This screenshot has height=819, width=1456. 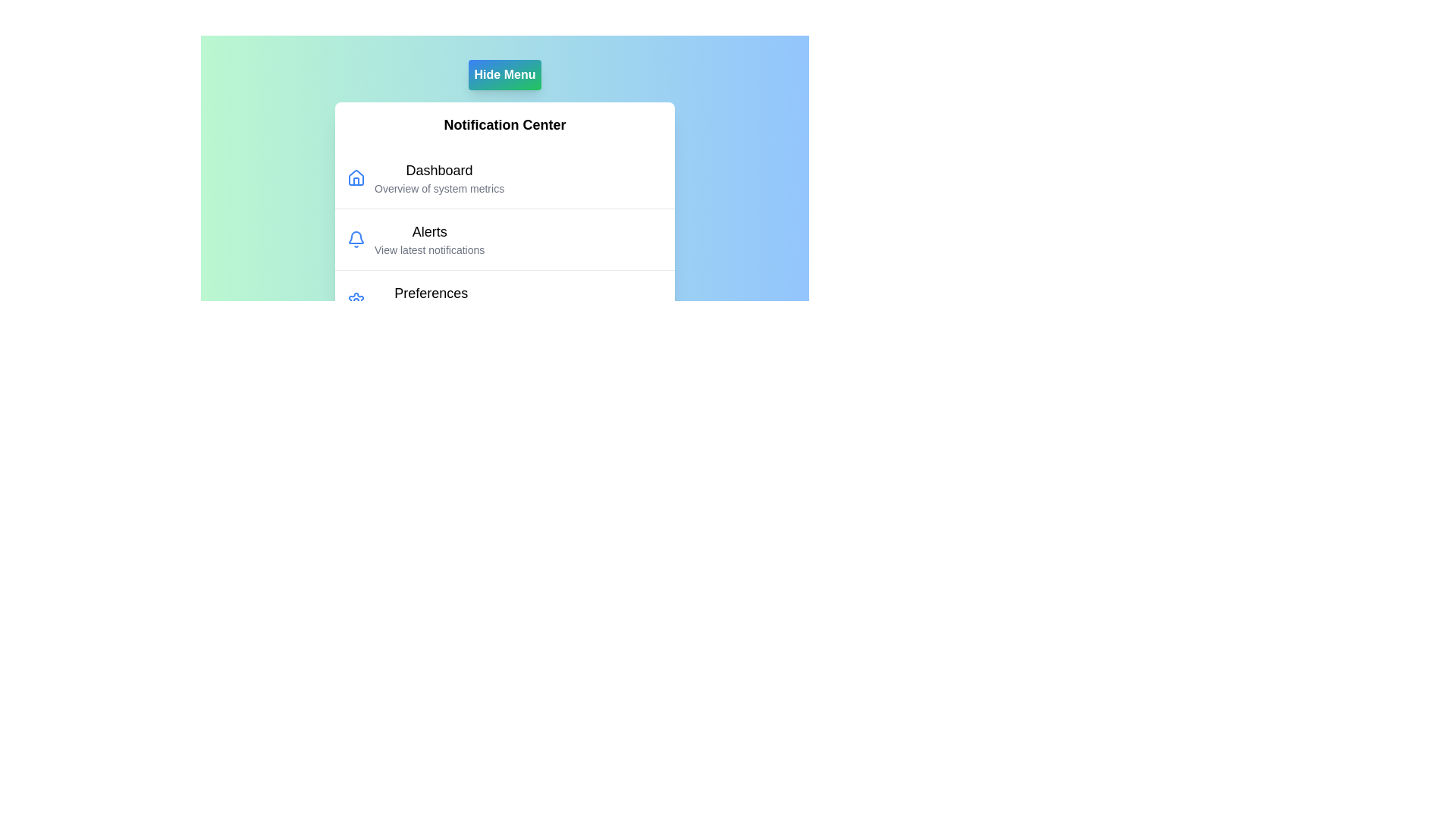 I want to click on the menu item labeled Preferences in the NotificationMenu, so click(x=430, y=293).